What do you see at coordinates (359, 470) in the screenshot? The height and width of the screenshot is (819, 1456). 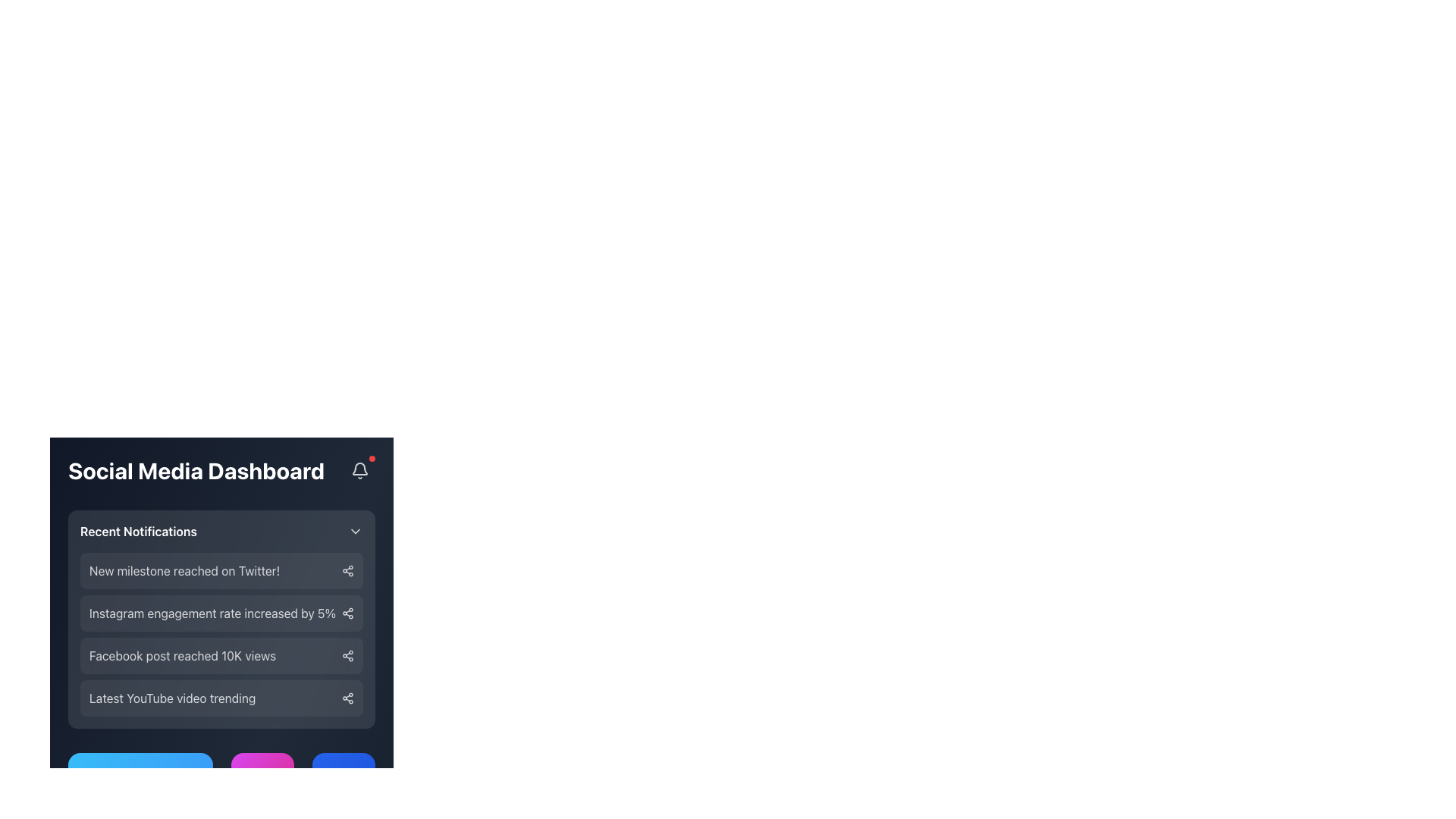 I see `the Interactive icon (notification bell)` at bounding box center [359, 470].